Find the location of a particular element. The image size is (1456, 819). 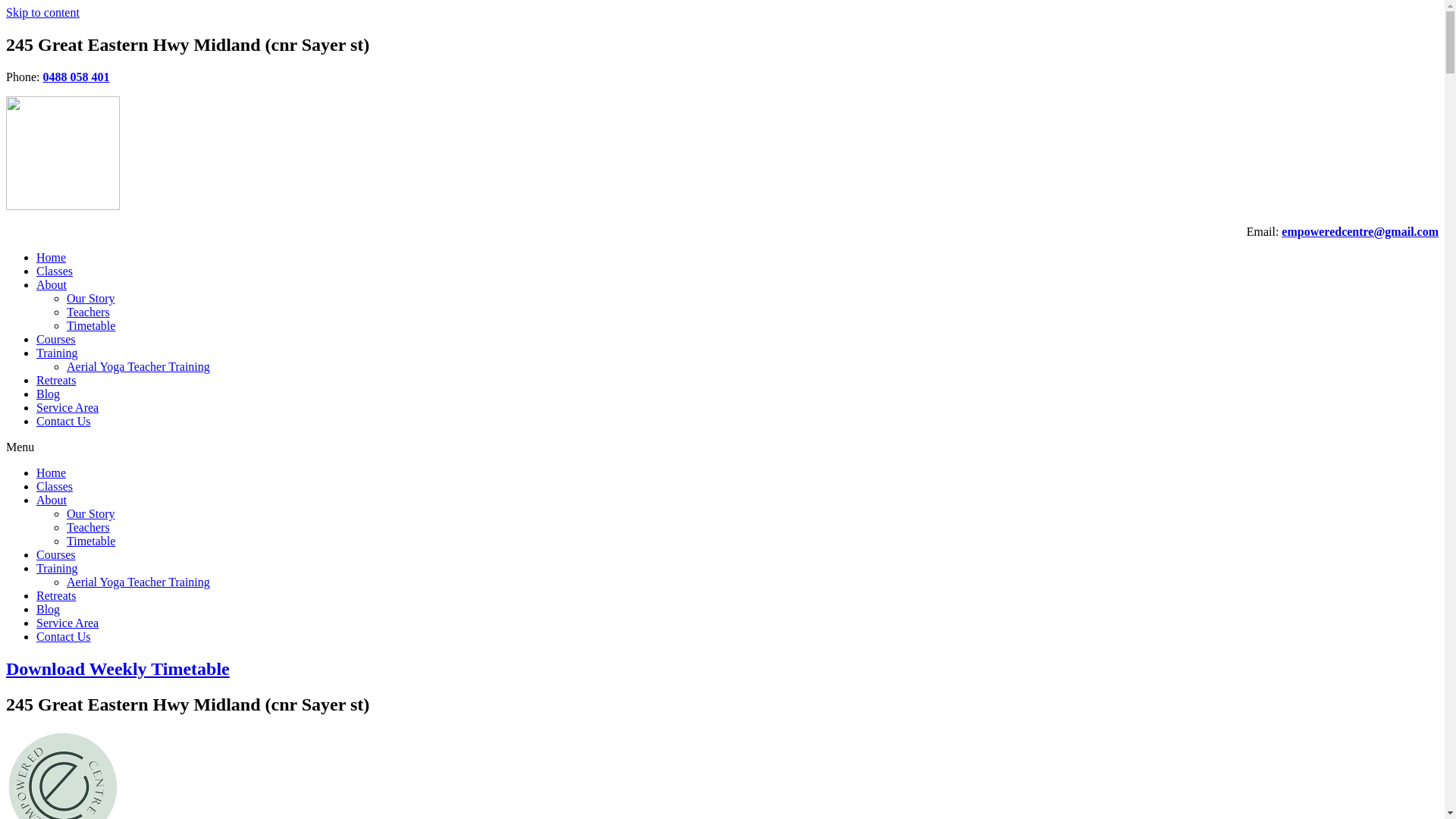

'Skip to content' is located at coordinates (42, 12).